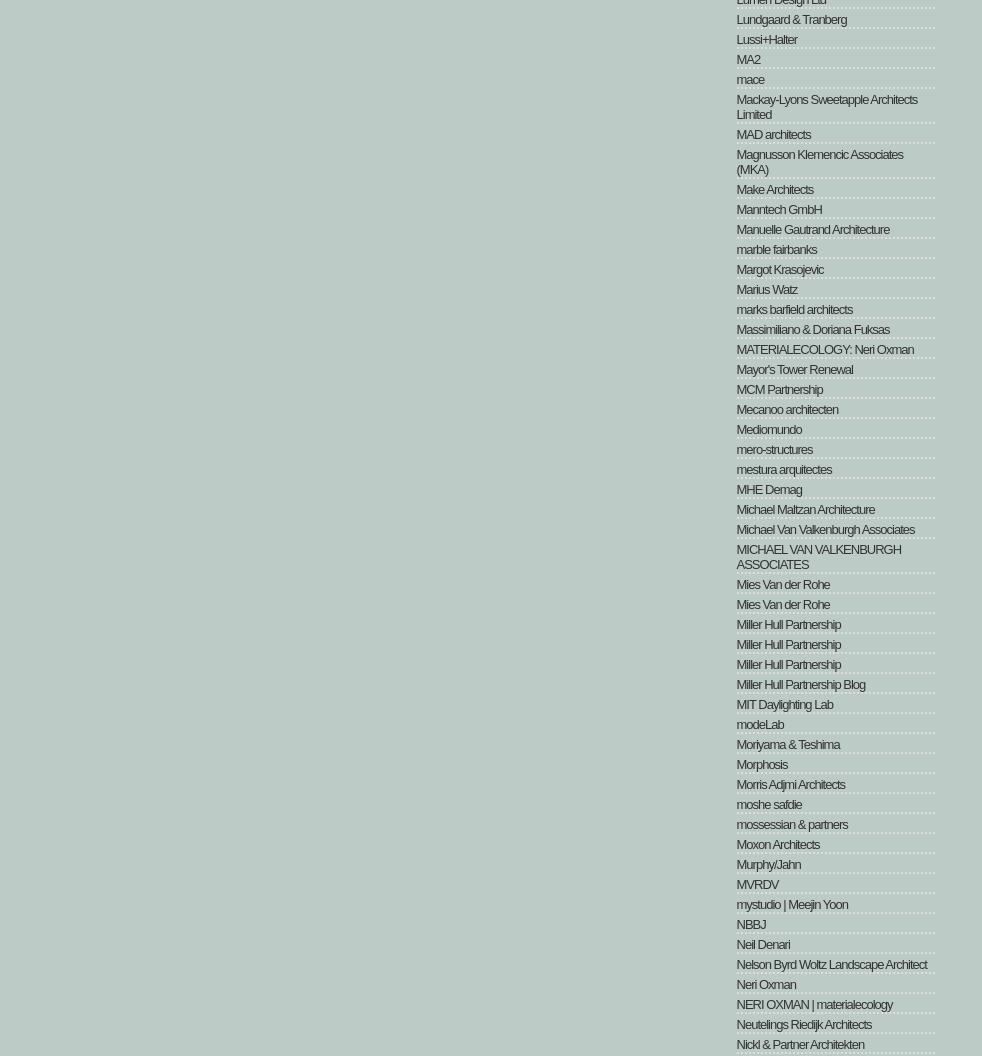 The width and height of the screenshot is (982, 1056). What do you see at coordinates (818, 557) in the screenshot?
I see `'MICHAEL VAN VALKENBURGH ASSOCIATES'` at bounding box center [818, 557].